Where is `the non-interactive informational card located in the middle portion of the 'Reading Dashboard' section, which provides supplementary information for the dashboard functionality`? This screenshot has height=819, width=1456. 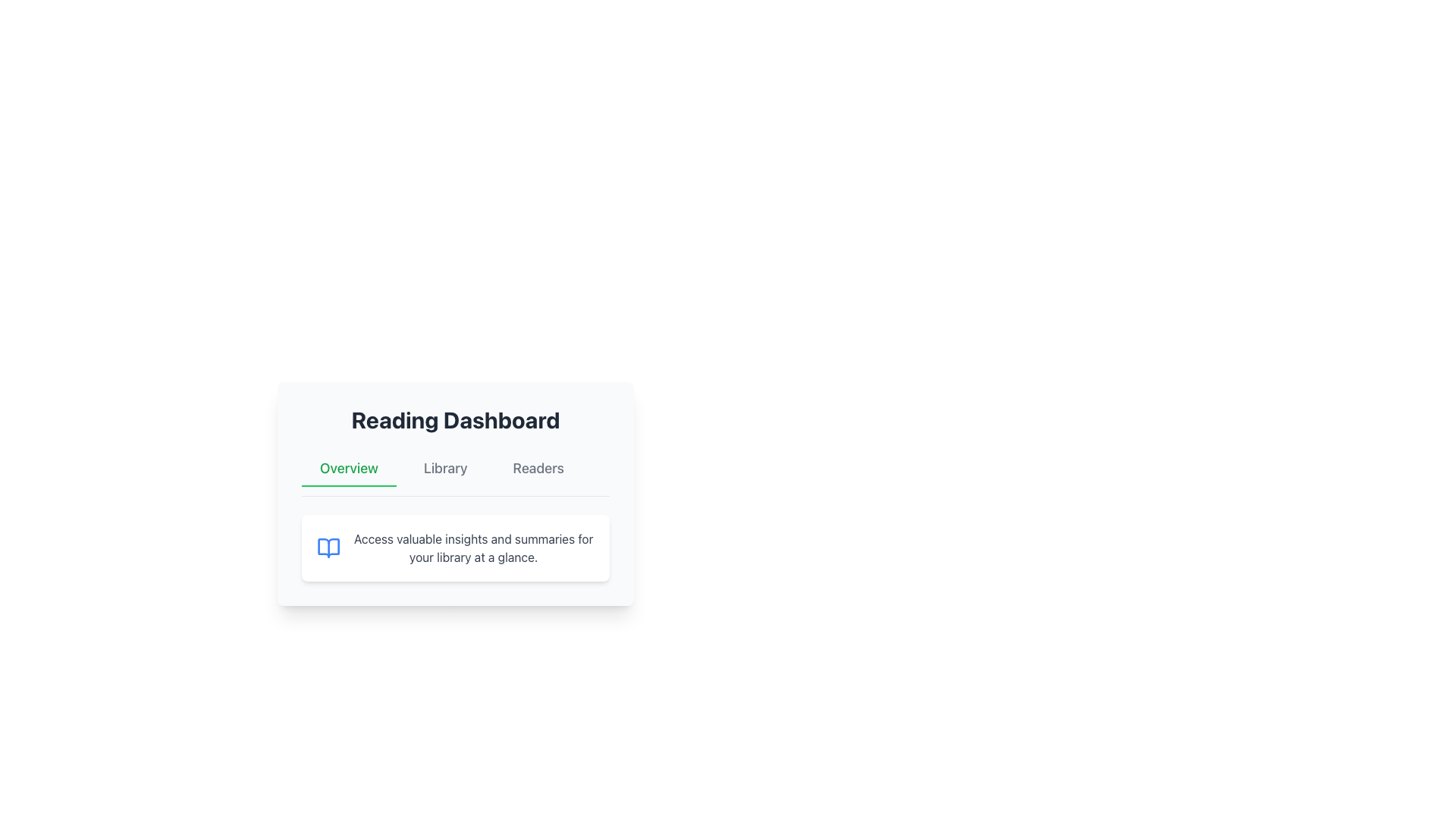 the non-interactive informational card located in the middle portion of the 'Reading Dashboard' section, which provides supplementary information for the dashboard functionality is located at coordinates (454, 548).